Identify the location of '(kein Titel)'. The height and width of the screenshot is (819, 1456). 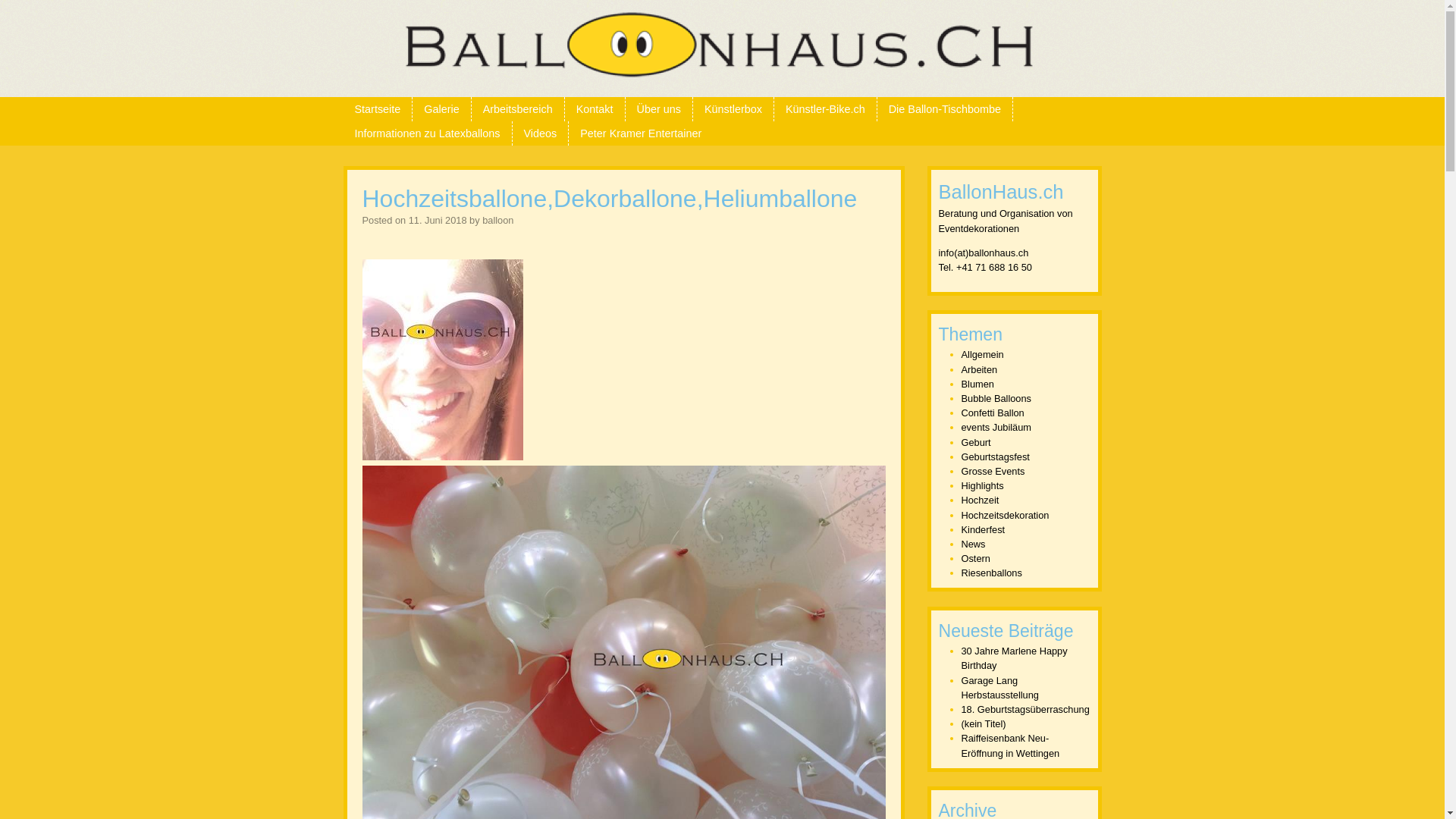
(984, 723).